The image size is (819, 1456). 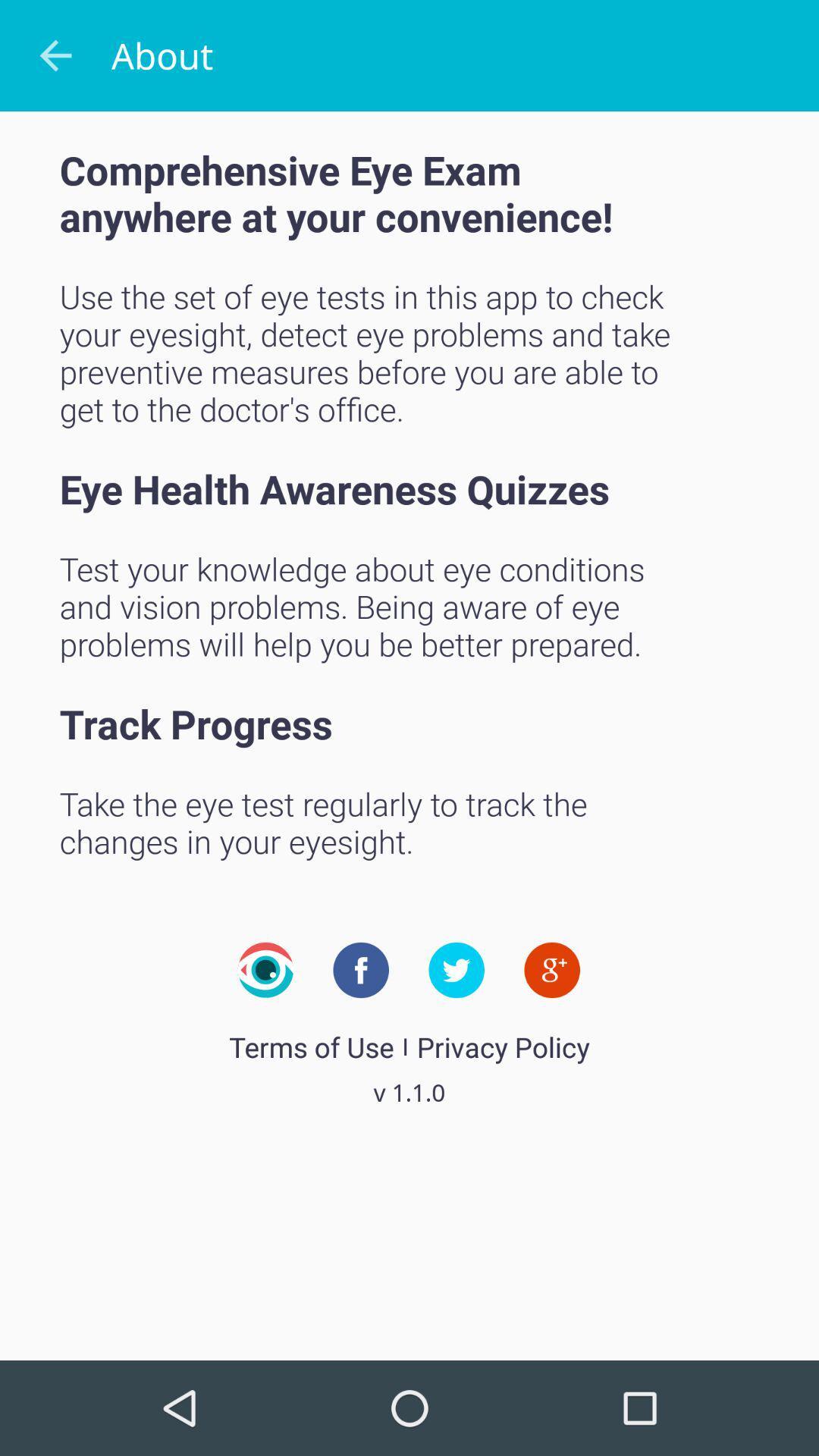 What do you see at coordinates (55, 55) in the screenshot?
I see `icon next to about` at bounding box center [55, 55].